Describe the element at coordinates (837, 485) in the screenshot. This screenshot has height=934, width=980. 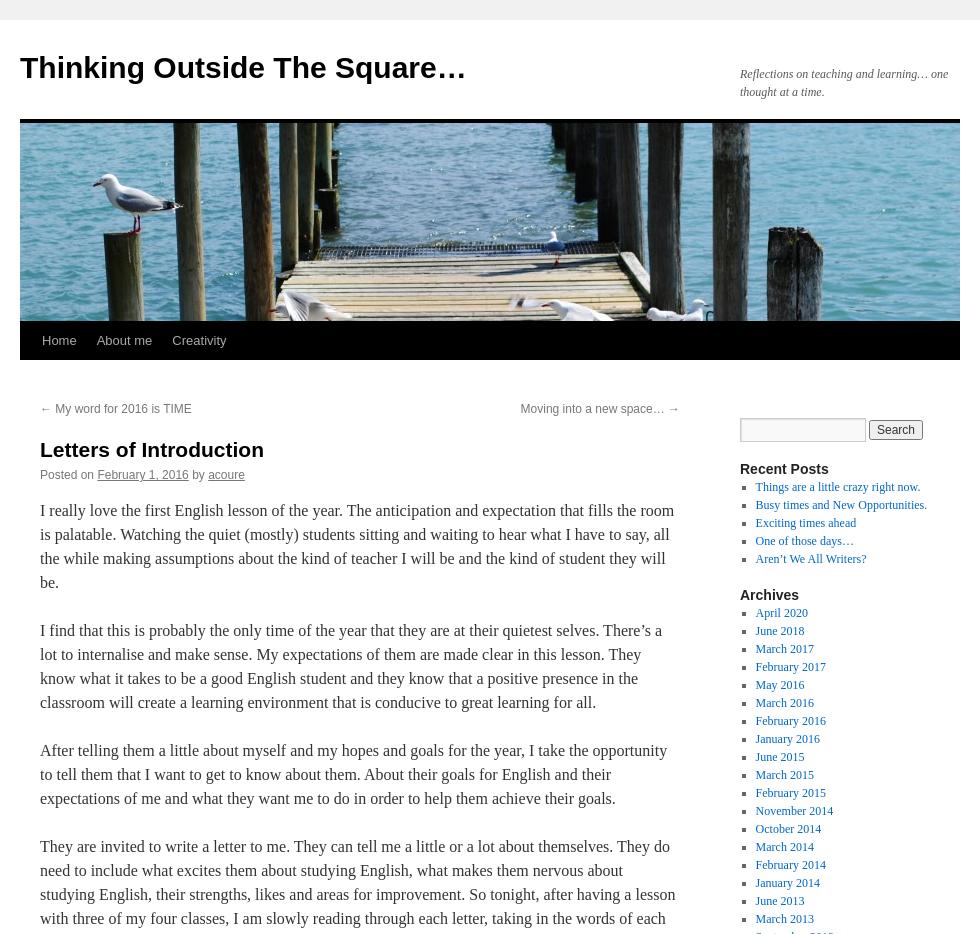
I see `'Things are a little crazy right now.'` at that location.